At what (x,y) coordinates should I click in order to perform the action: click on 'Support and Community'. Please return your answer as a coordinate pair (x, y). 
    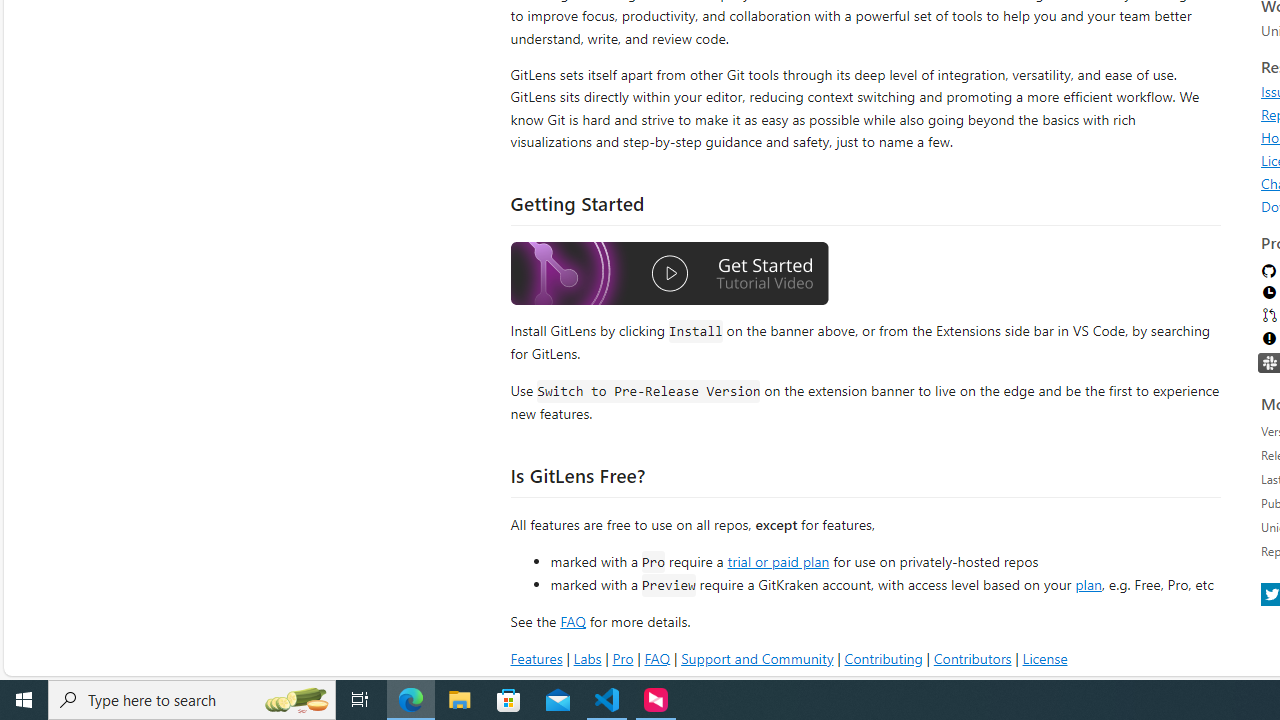
    Looking at the image, I should click on (756, 658).